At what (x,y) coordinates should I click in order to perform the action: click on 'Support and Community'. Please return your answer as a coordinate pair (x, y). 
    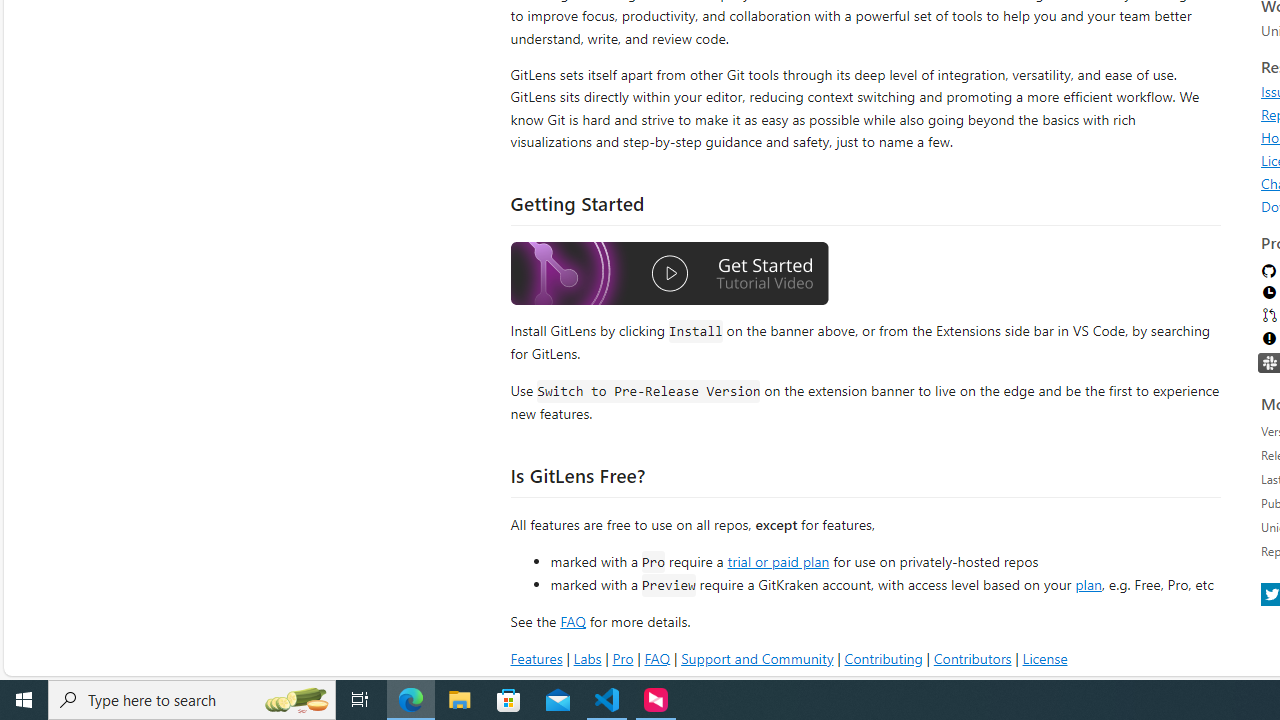
    Looking at the image, I should click on (756, 658).